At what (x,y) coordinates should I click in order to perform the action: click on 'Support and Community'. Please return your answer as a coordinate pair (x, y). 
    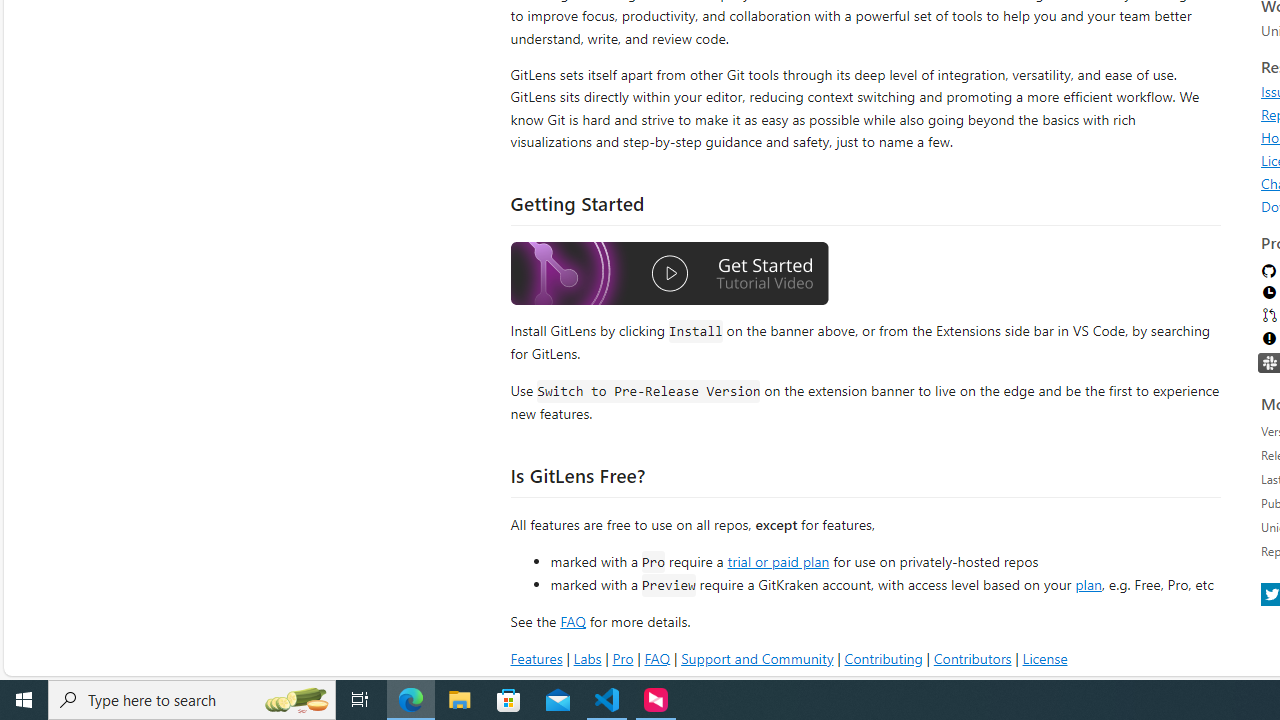
    Looking at the image, I should click on (756, 658).